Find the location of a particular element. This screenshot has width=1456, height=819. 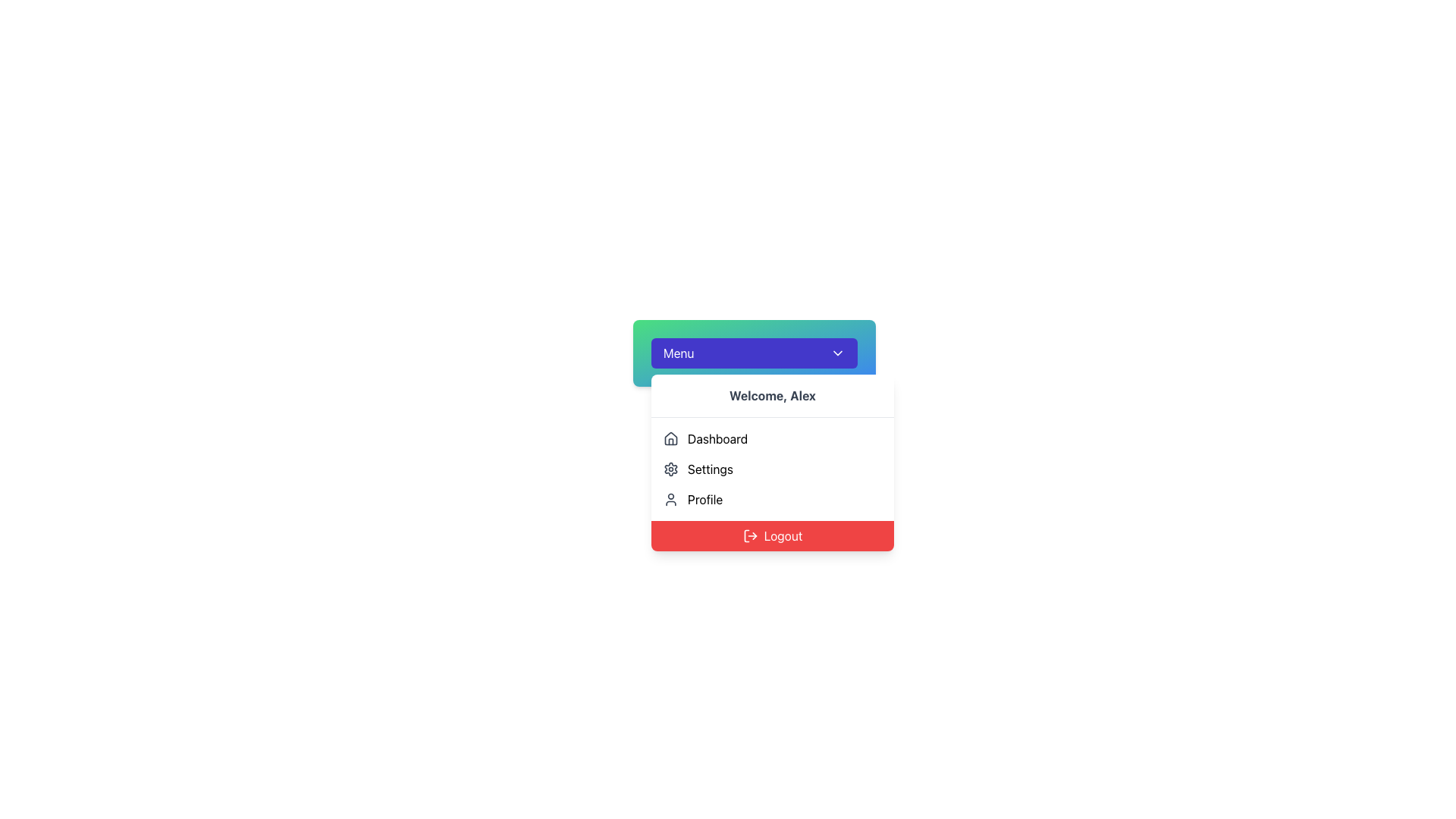

the dropdown toggle icon located on the right side of the 'Menu' button is located at coordinates (836, 353).